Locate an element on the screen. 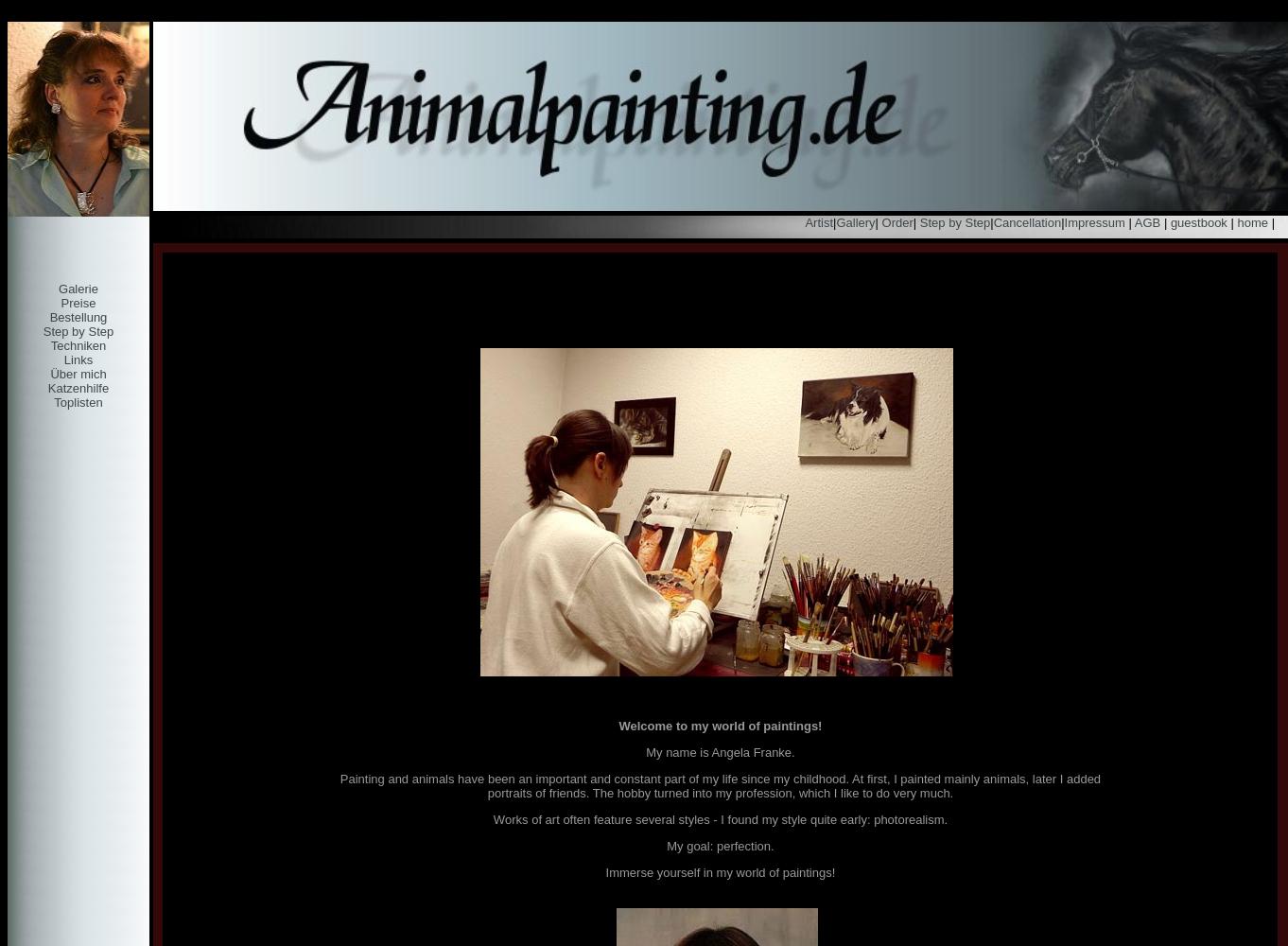 Image resolution: width=1288 pixels, height=946 pixels. 'Preise' is located at coordinates (61, 302).